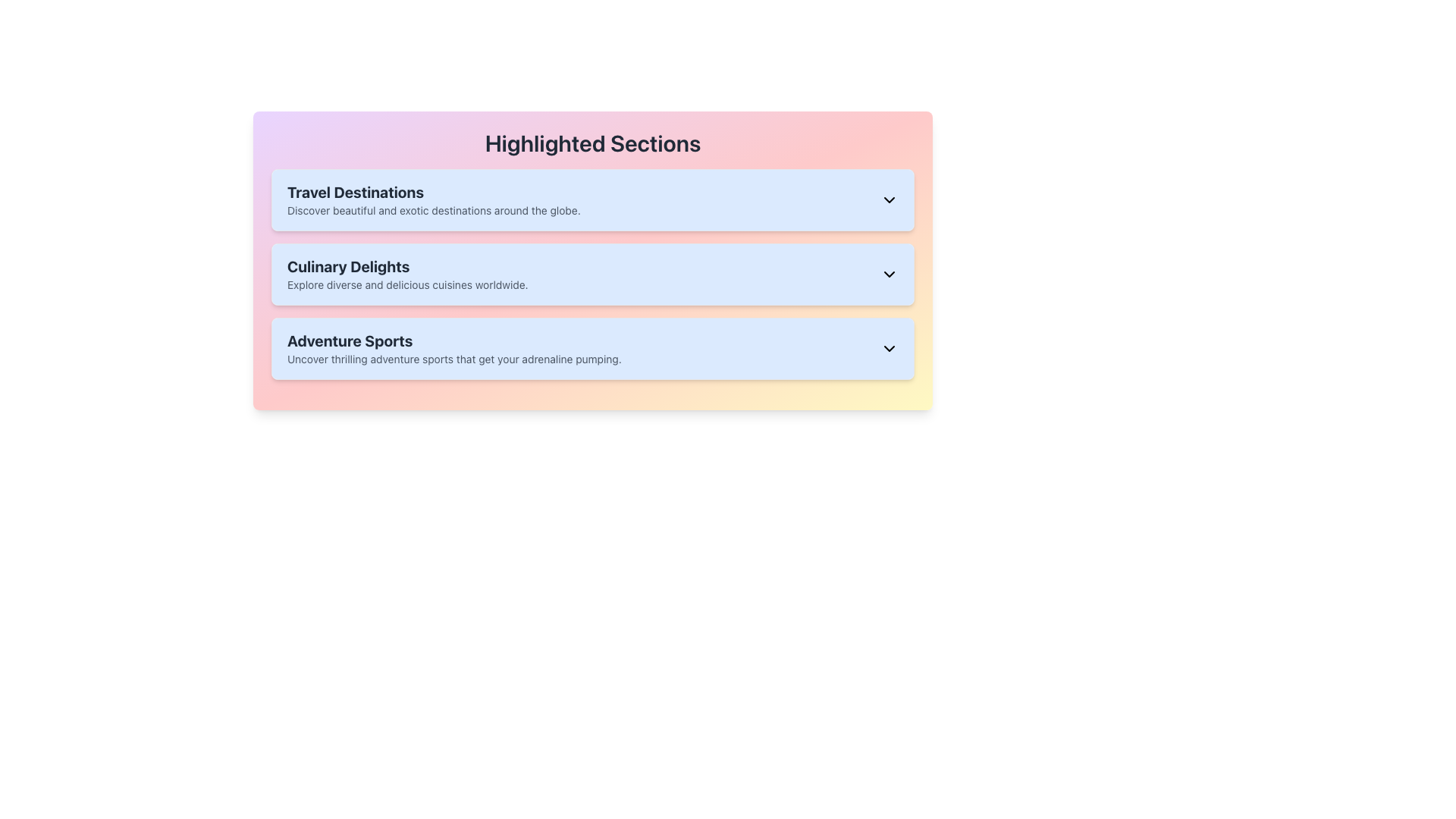 This screenshot has height=819, width=1456. What do you see at coordinates (407, 265) in the screenshot?
I see `the Text label that serves as a title for the culinary section, located beneath 'Highlighted Sections' and above 'Explore diverse and delicious cuisines worldwide.'` at bounding box center [407, 265].